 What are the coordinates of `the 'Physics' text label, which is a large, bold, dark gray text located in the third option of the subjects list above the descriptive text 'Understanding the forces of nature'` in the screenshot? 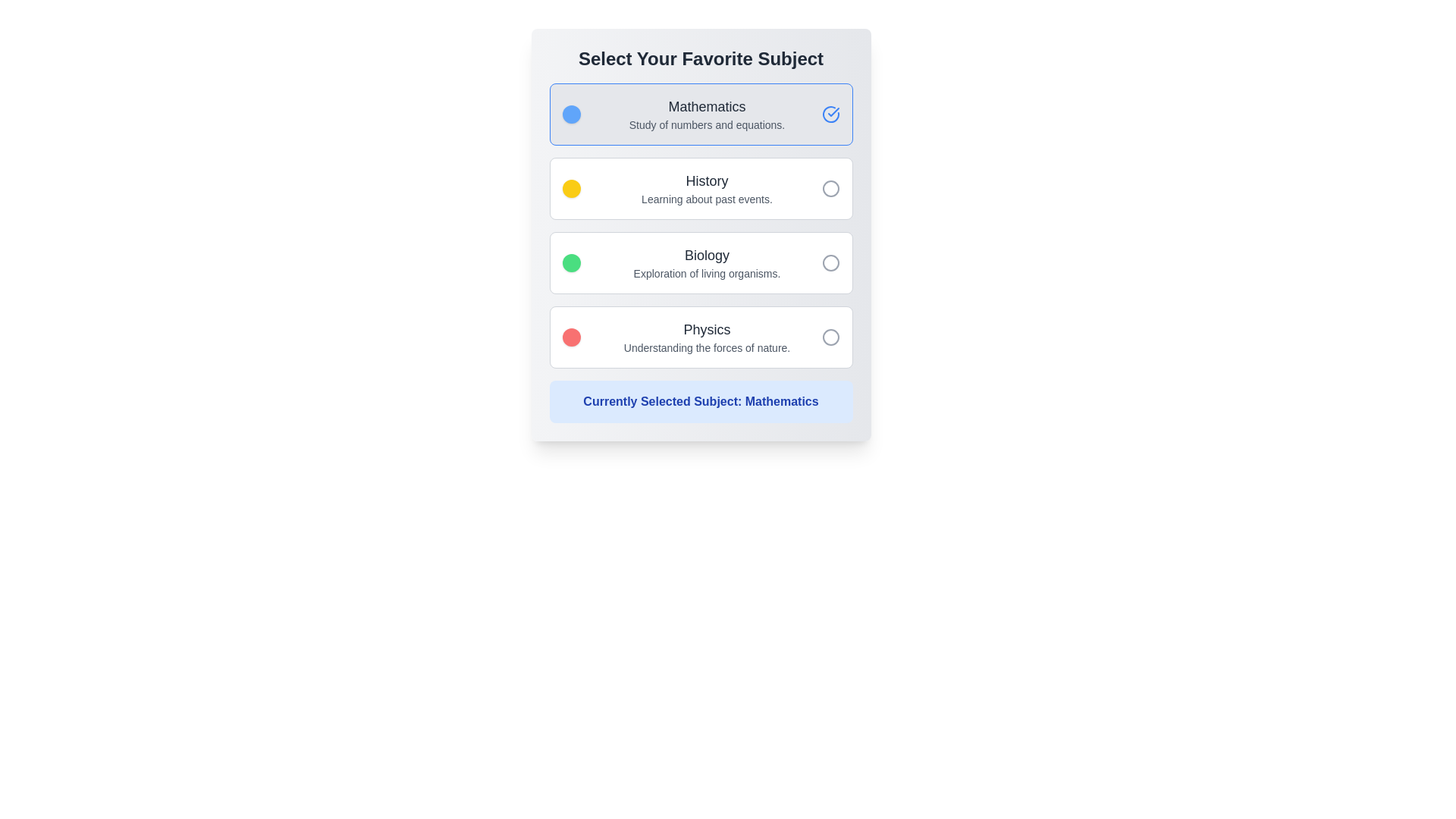 It's located at (706, 329).